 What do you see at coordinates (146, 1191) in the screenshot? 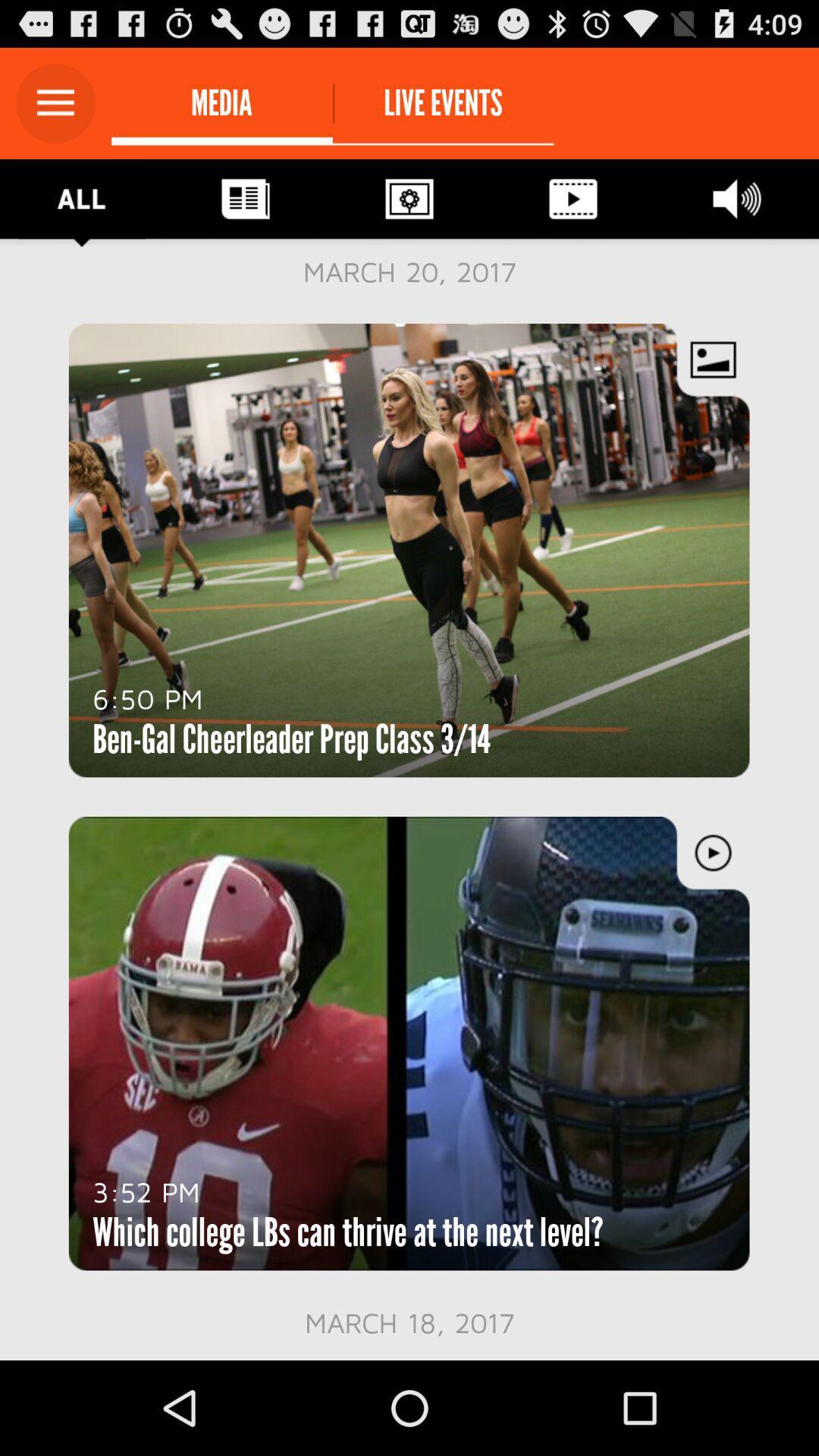
I see `the item above the which college lbs item` at bounding box center [146, 1191].